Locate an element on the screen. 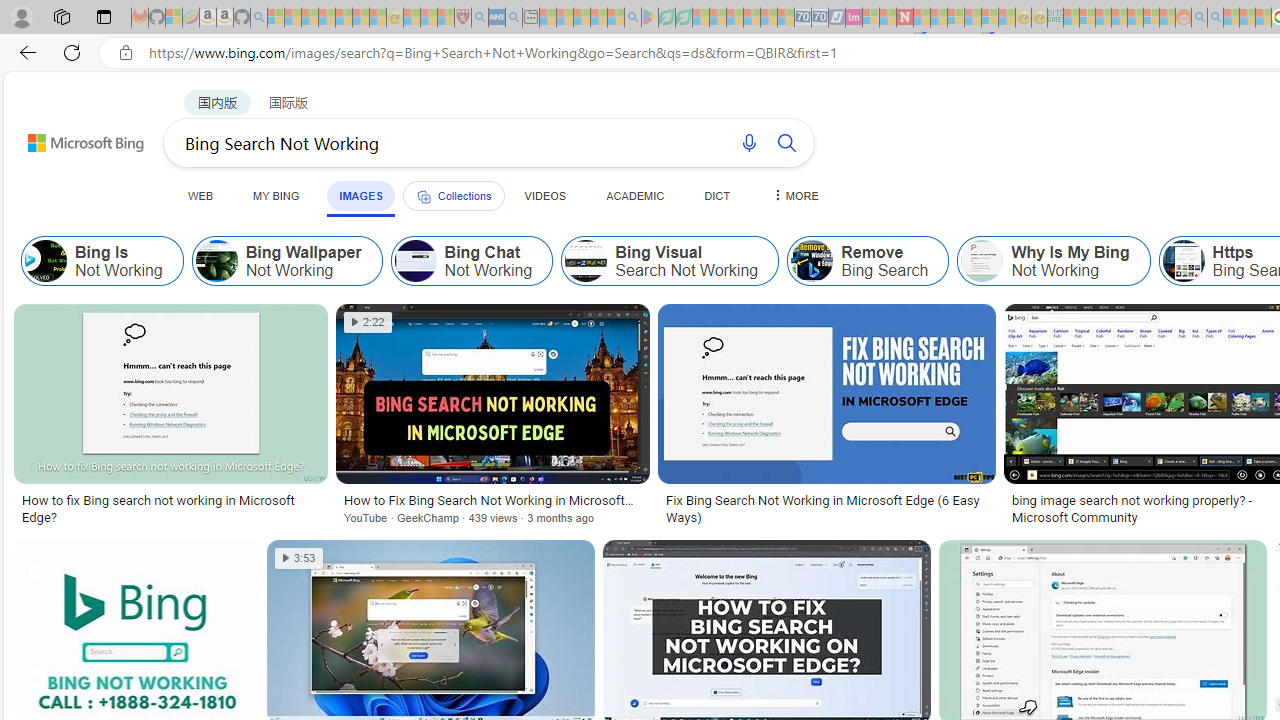 The height and width of the screenshot is (720, 1280). 'Class: item col' is located at coordinates (1053, 260).